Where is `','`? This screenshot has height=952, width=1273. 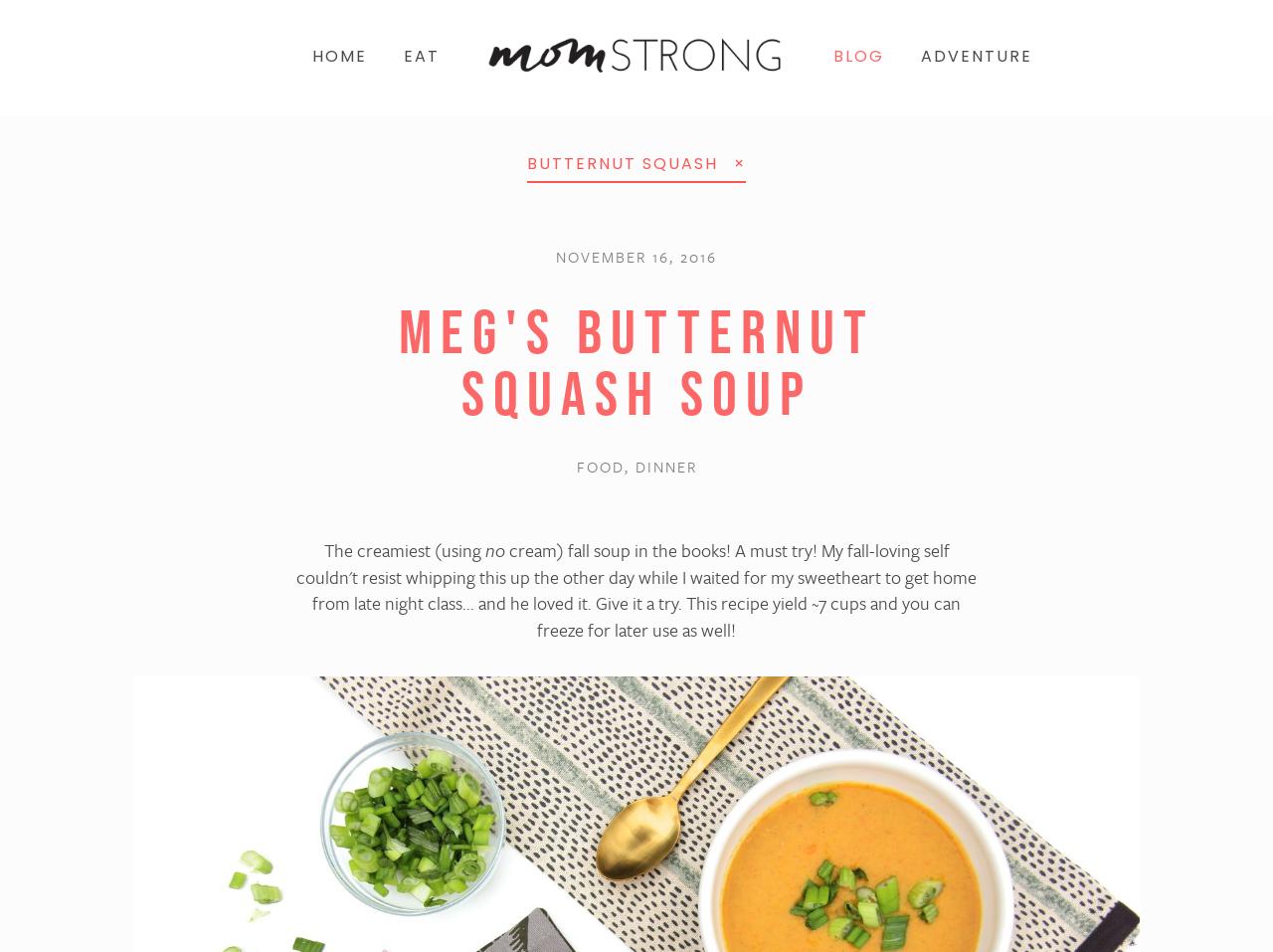 ',' is located at coordinates (628, 466).